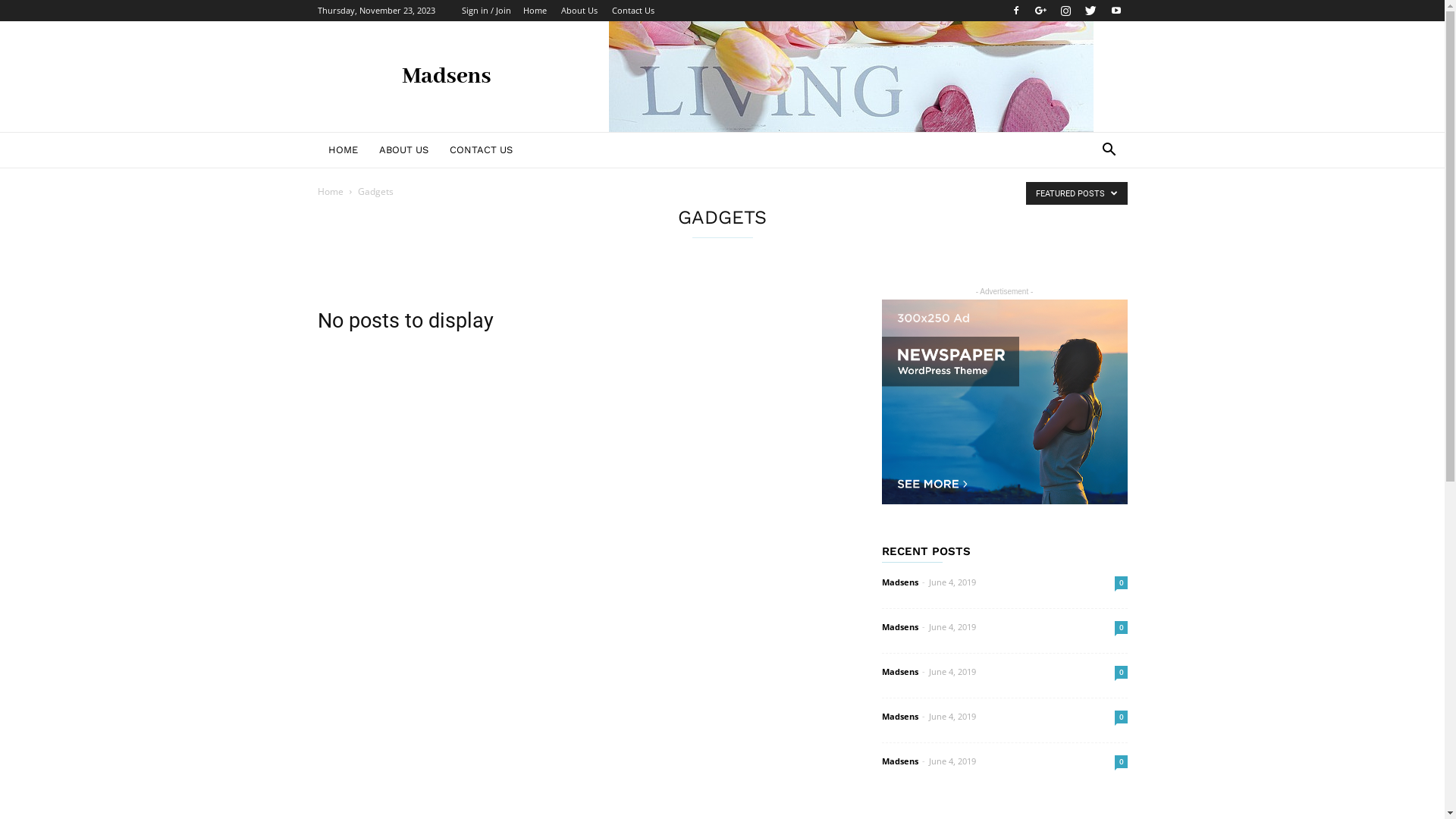  I want to click on '0', so click(1114, 627).